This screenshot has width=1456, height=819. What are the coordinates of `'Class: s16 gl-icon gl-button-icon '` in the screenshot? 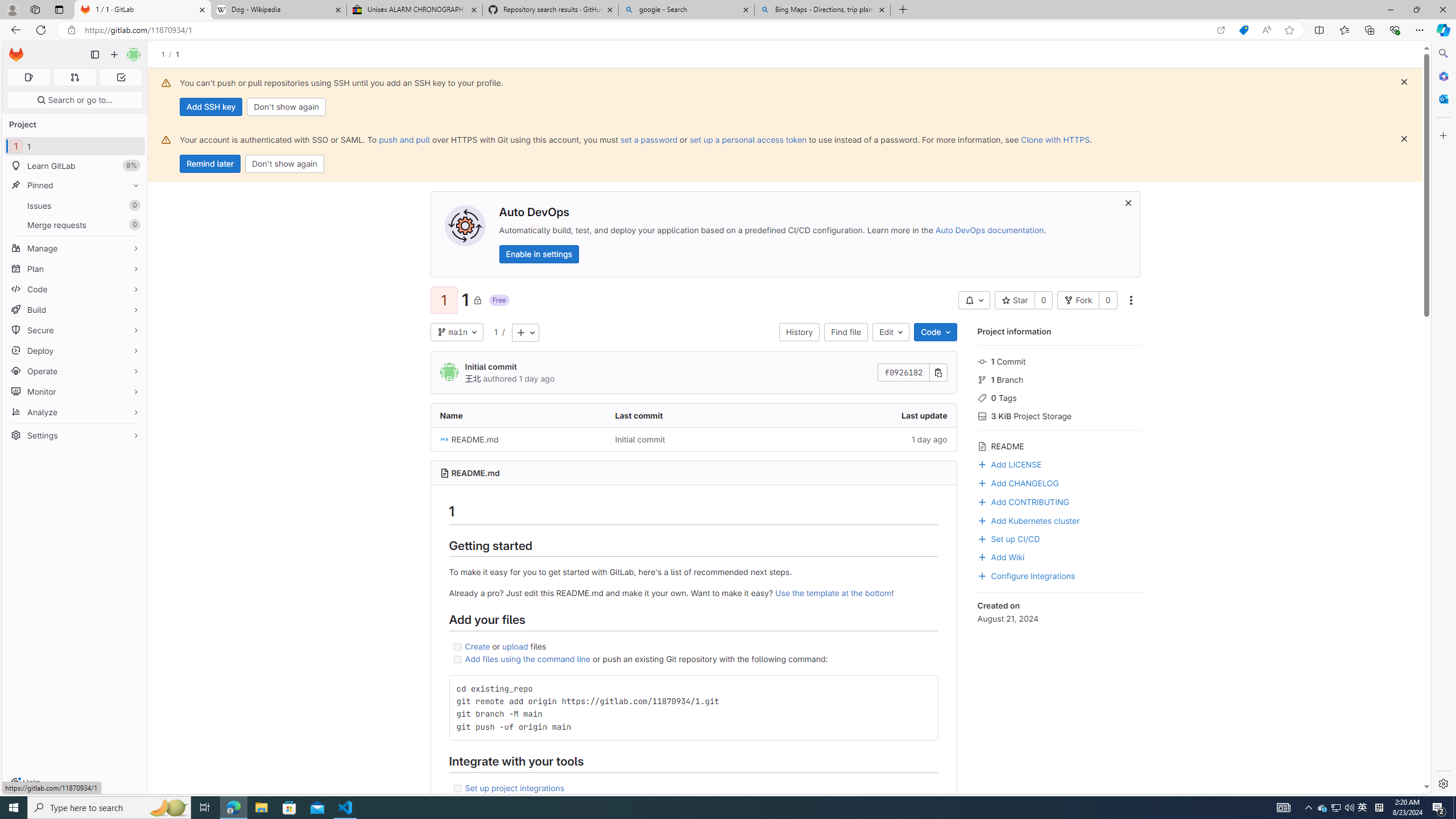 It's located at (1127, 202).